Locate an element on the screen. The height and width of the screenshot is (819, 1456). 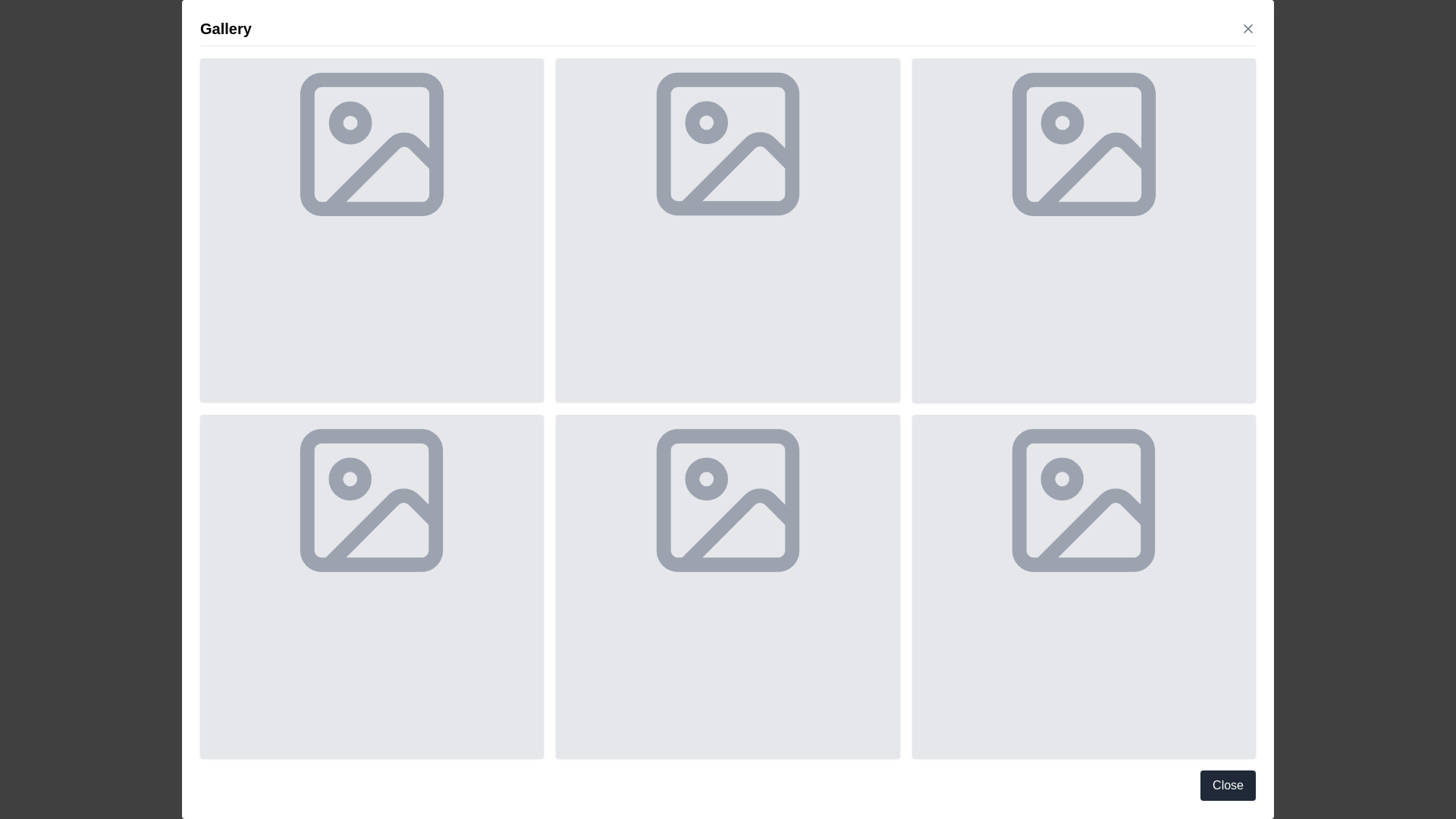
the image placeholder component located in the top-left corner of the grid layout by moving the mouse to its center is located at coordinates (372, 230).